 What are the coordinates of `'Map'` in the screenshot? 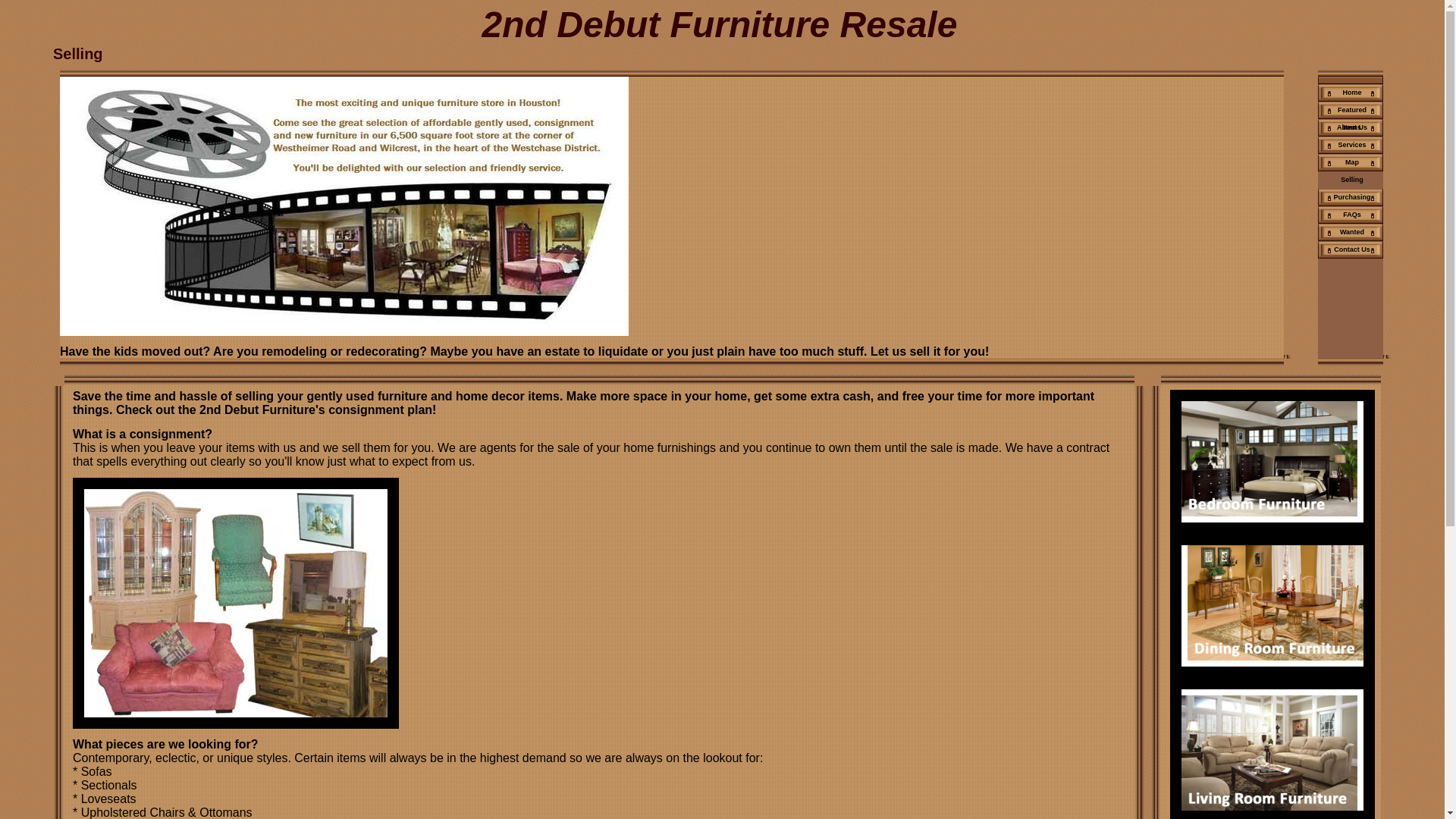 It's located at (1350, 162).